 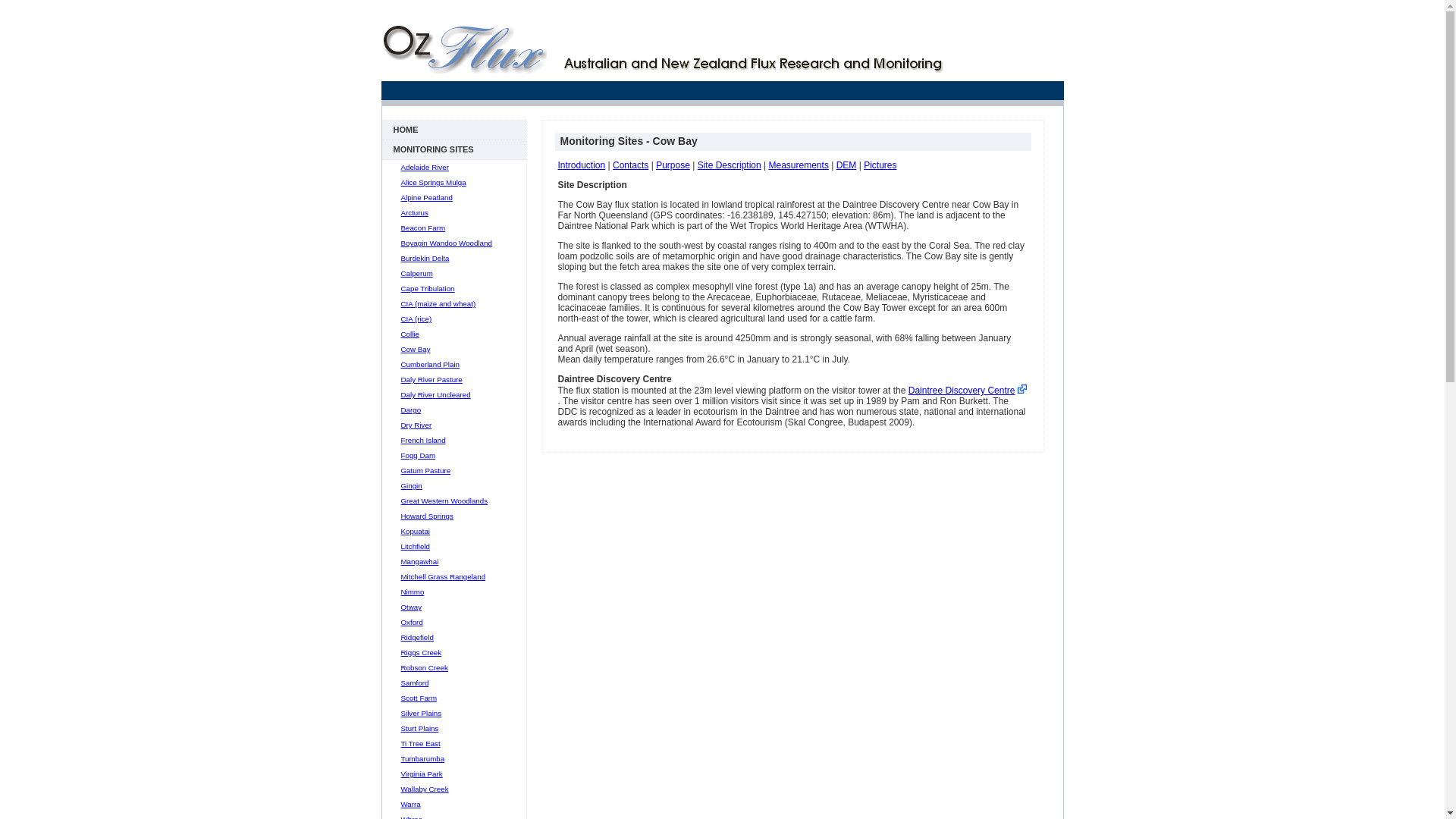 What do you see at coordinates (672, 165) in the screenshot?
I see `'Purpose'` at bounding box center [672, 165].